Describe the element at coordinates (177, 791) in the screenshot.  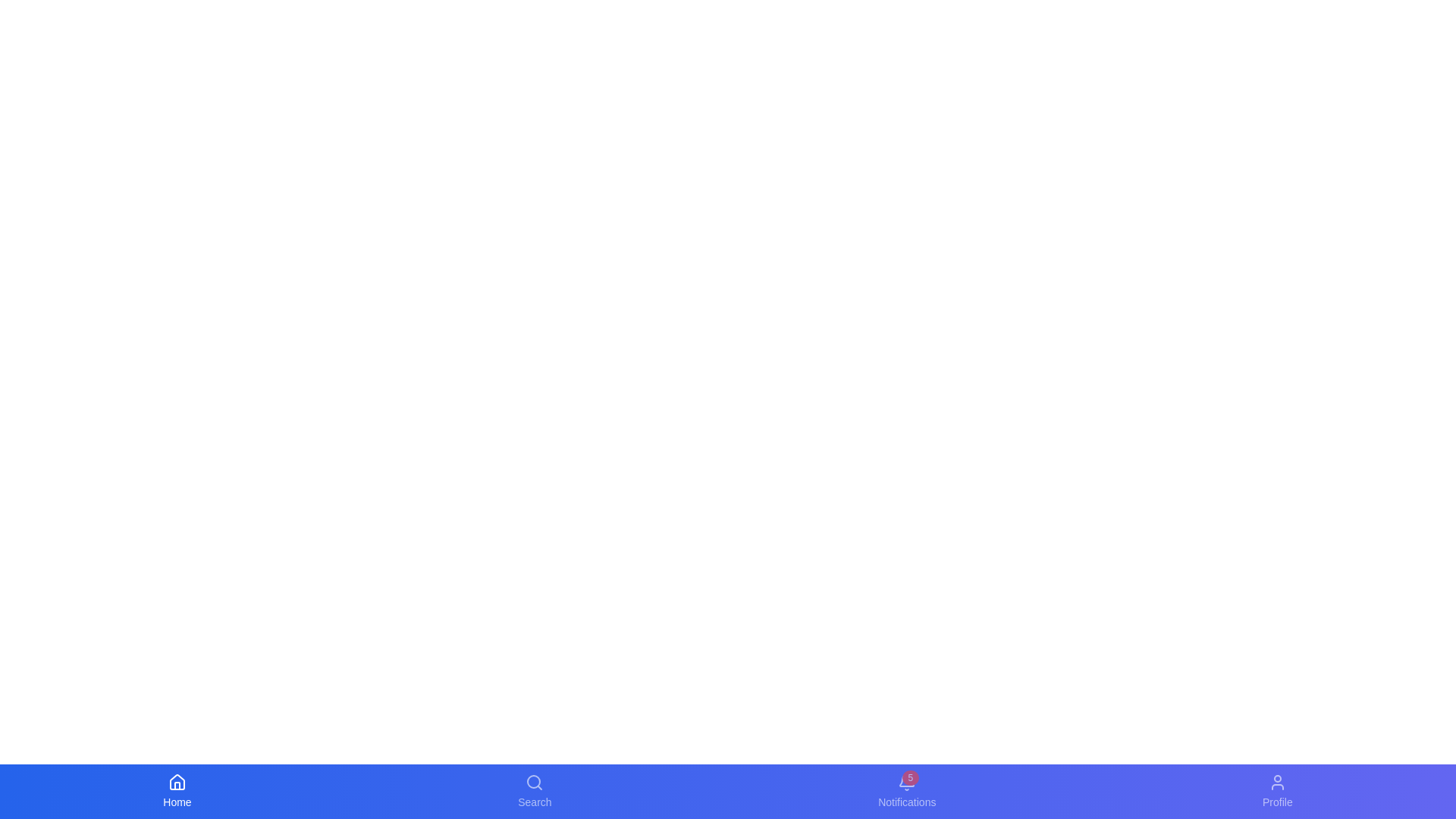
I see `the Home tab in the bottom navigation` at that location.